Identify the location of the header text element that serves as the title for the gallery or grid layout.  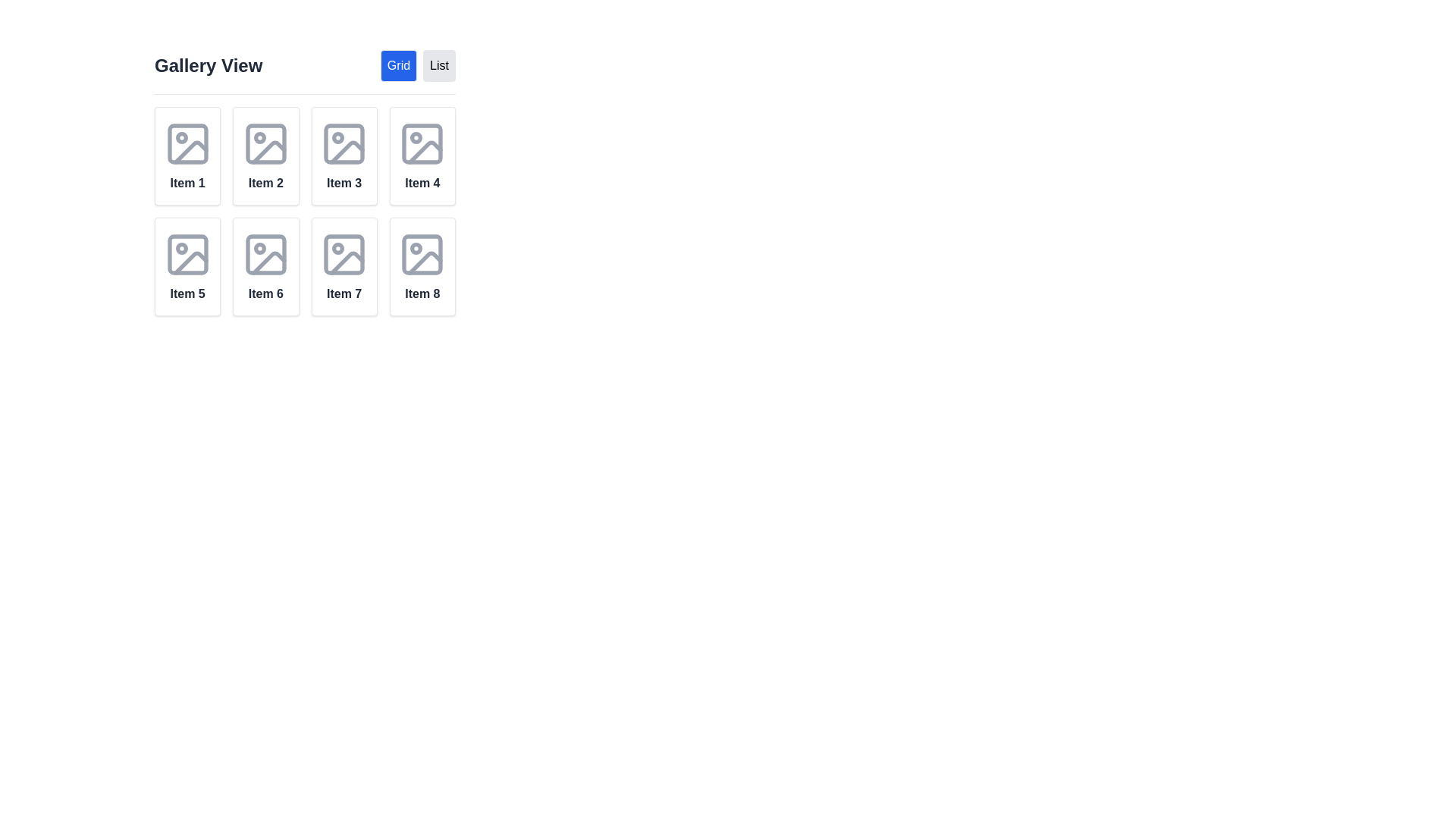
(208, 65).